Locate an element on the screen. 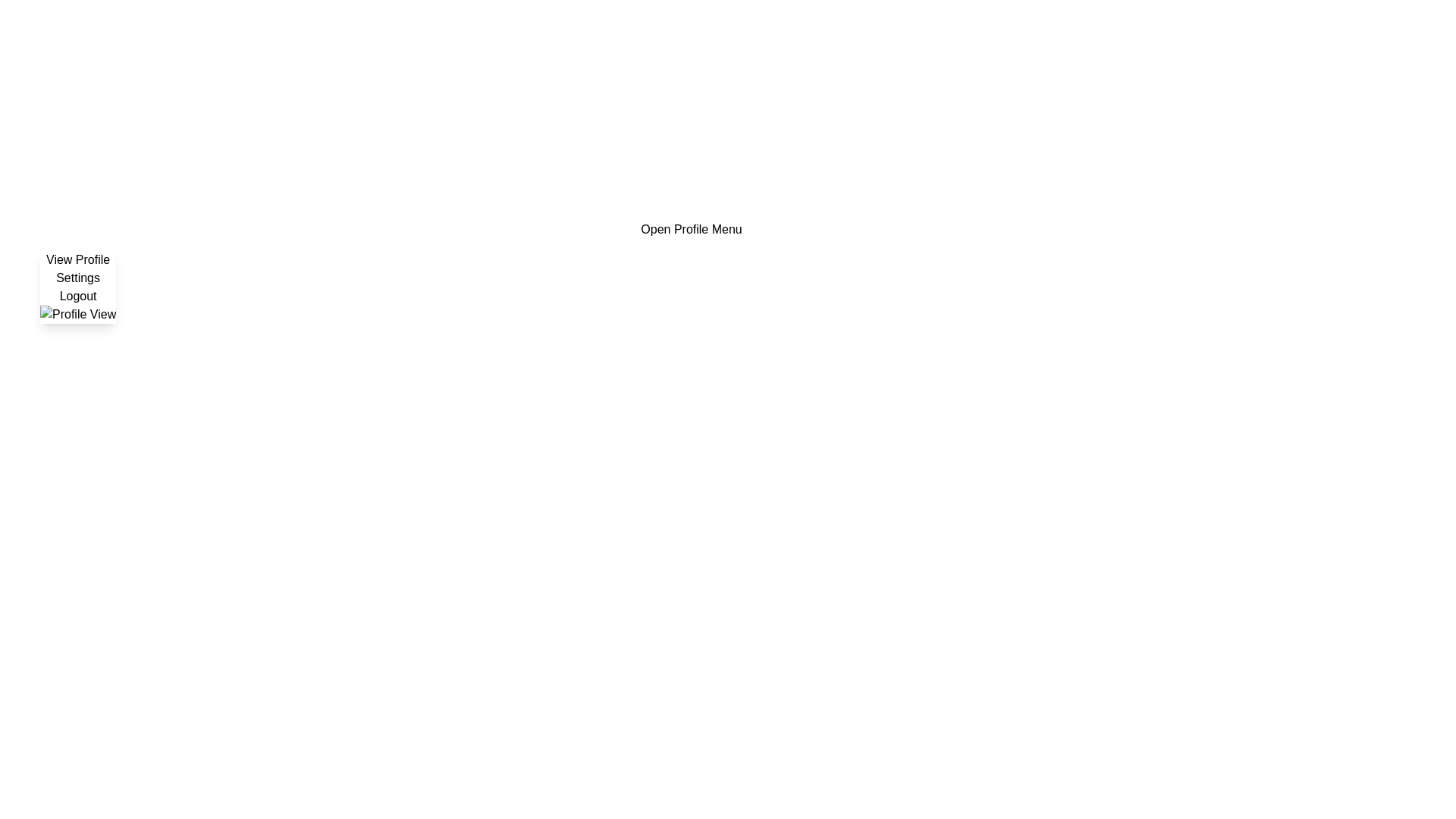  the button that opens the user profile menu is located at coordinates (691, 230).